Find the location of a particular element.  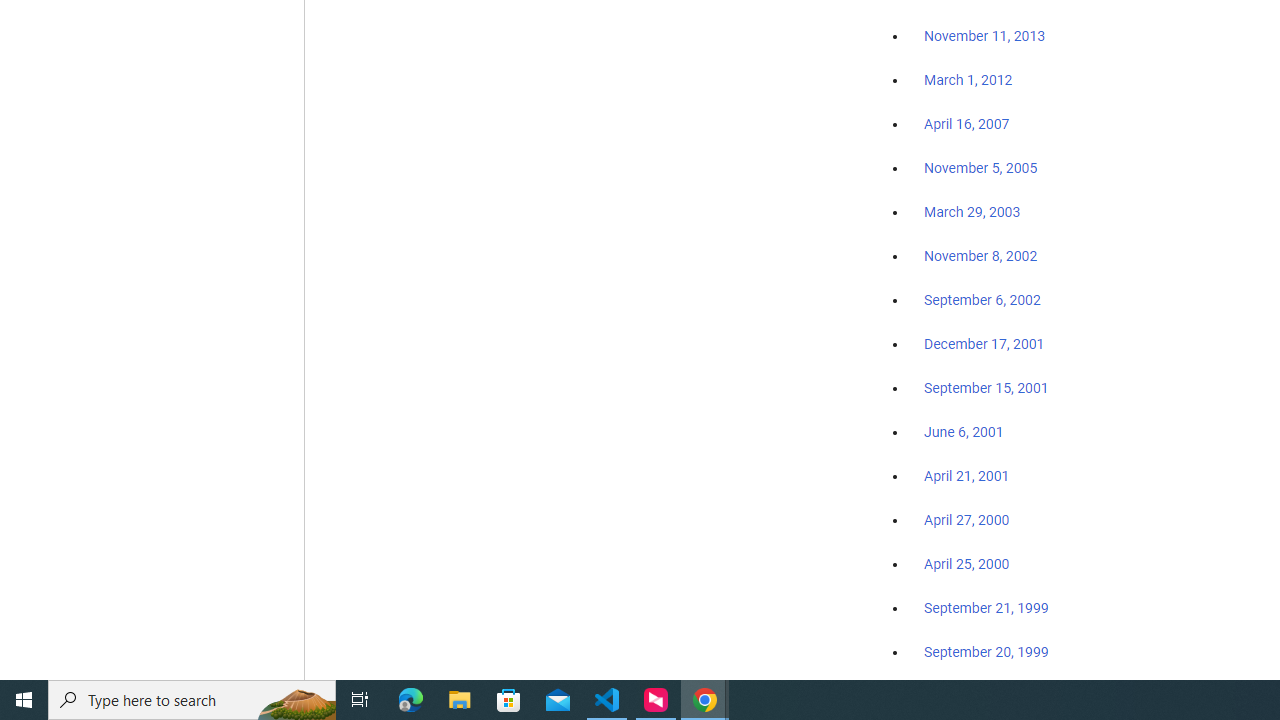

'September 21, 1999' is located at coordinates (986, 607).